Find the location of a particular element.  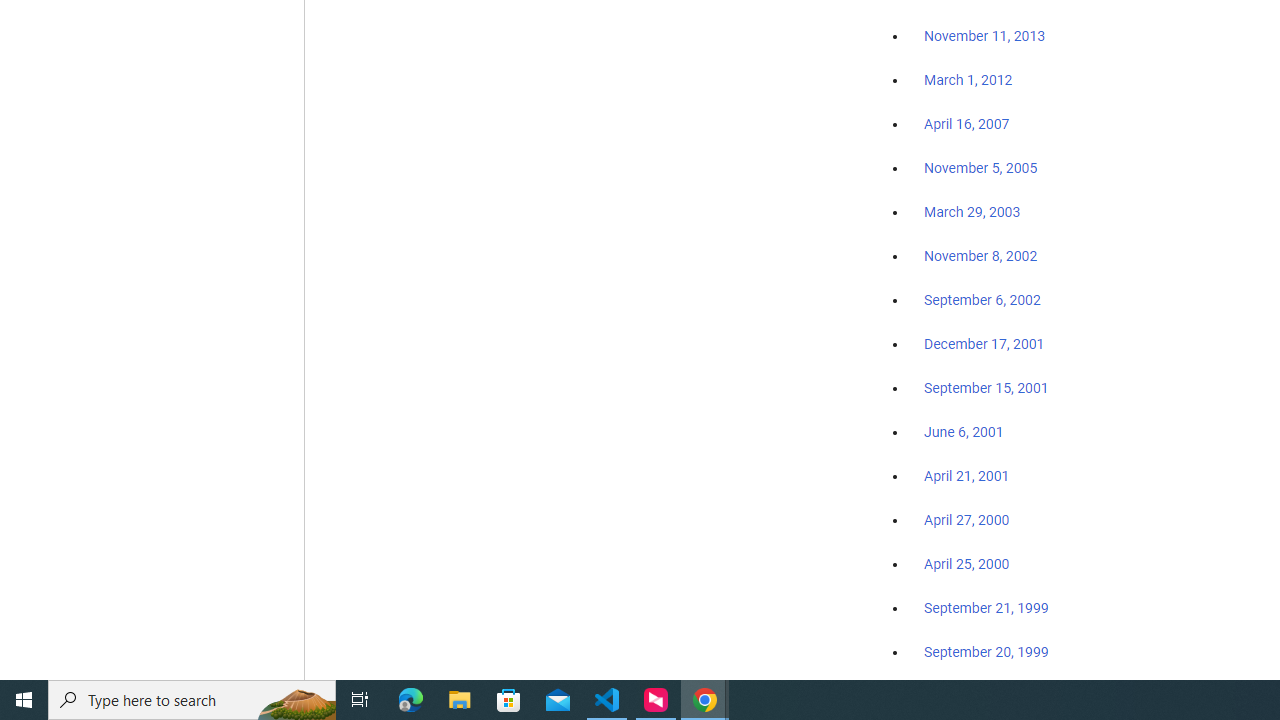

'September 21, 1999' is located at coordinates (986, 607).